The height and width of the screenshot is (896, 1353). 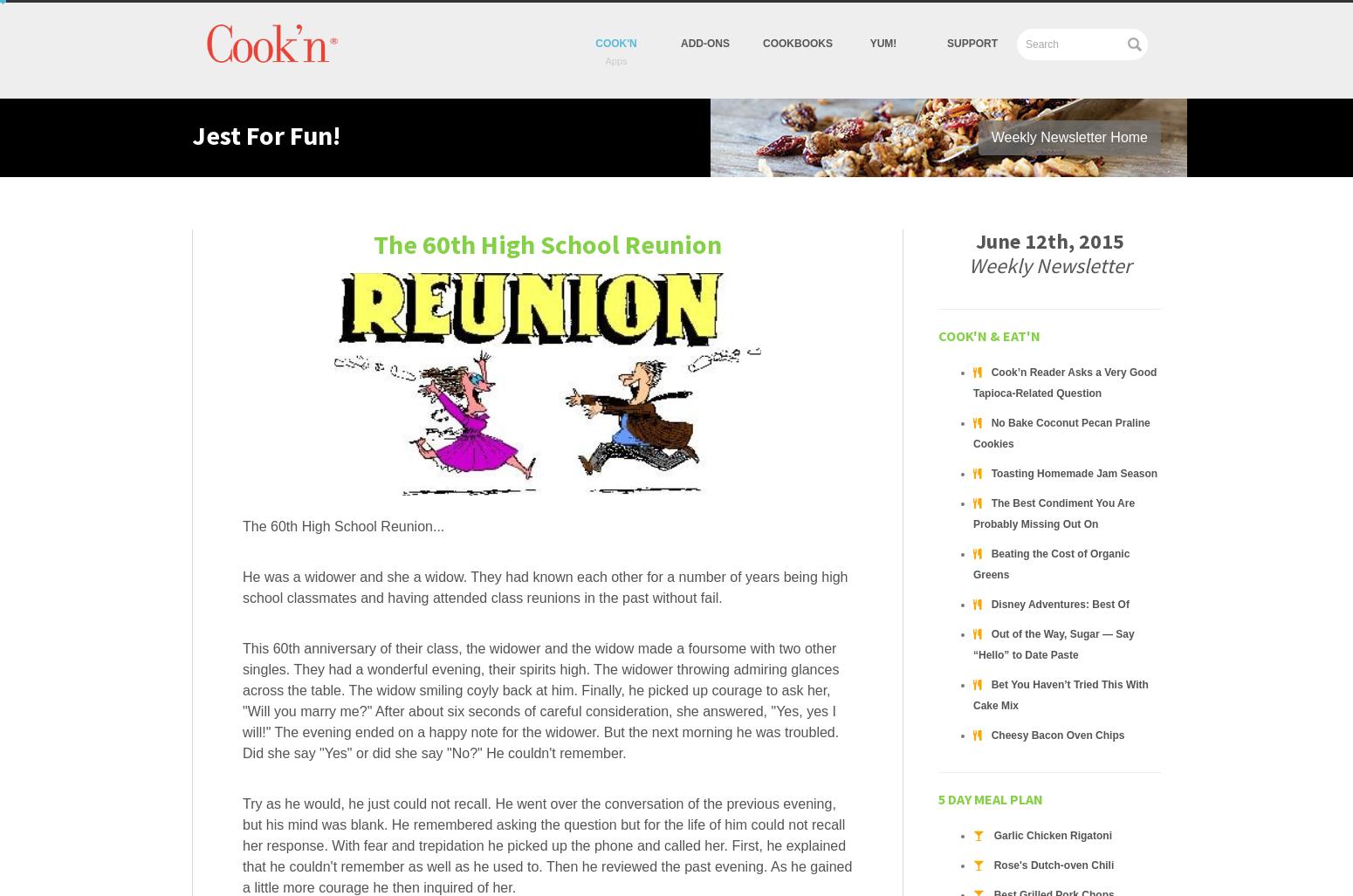 What do you see at coordinates (1049, 264) in the screenshot?
I see `'Weekly Newsletter'` at bounding box center [1049, 264].